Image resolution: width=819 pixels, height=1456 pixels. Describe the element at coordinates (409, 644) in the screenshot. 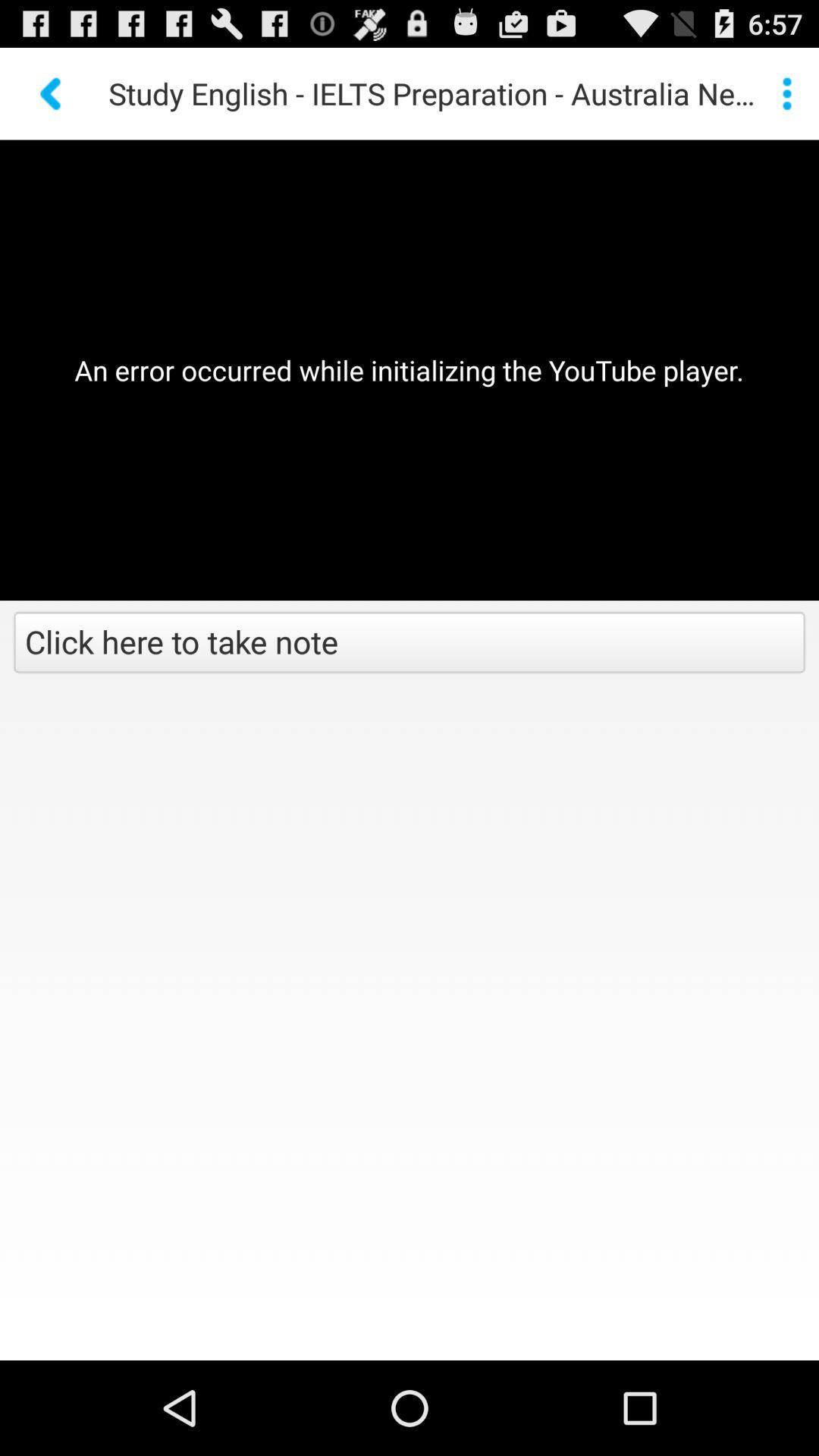

I see `click here to app` at that location.